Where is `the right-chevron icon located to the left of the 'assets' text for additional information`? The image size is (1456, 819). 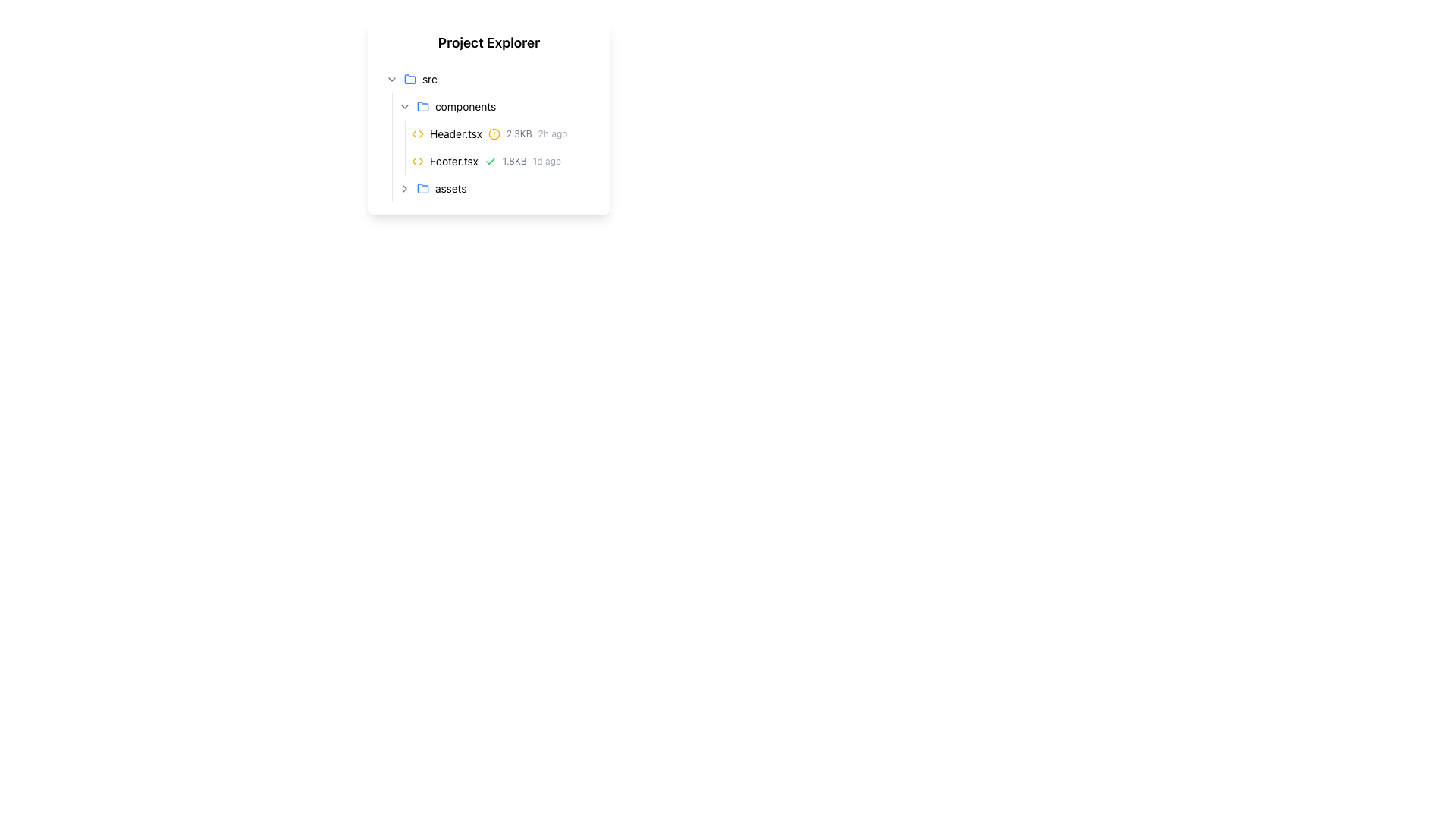
the right-chevron icon located to the left of the 'assets' text for additional information is located at coordinates (404, 188).